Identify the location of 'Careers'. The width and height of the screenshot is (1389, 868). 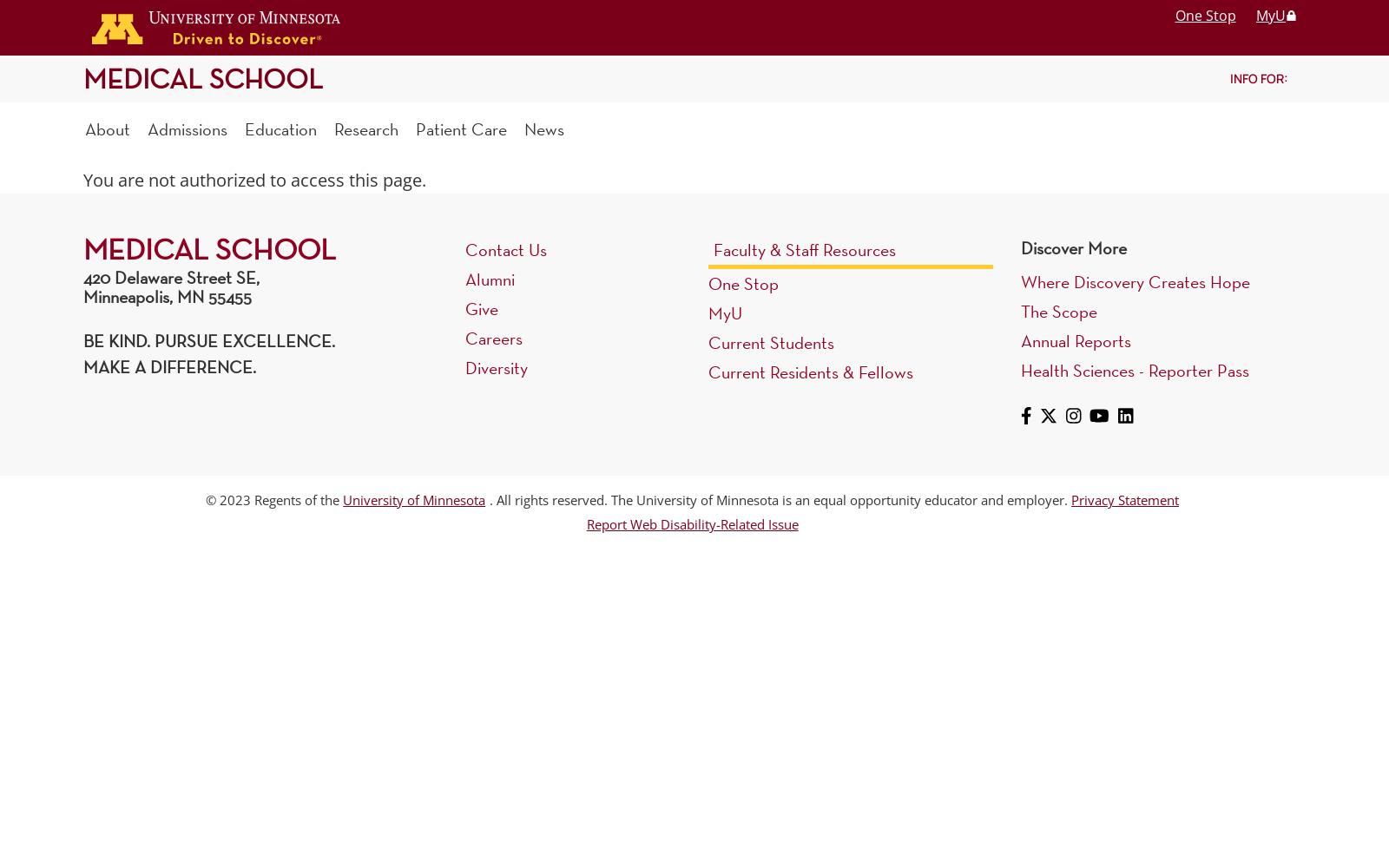
(464, 338).